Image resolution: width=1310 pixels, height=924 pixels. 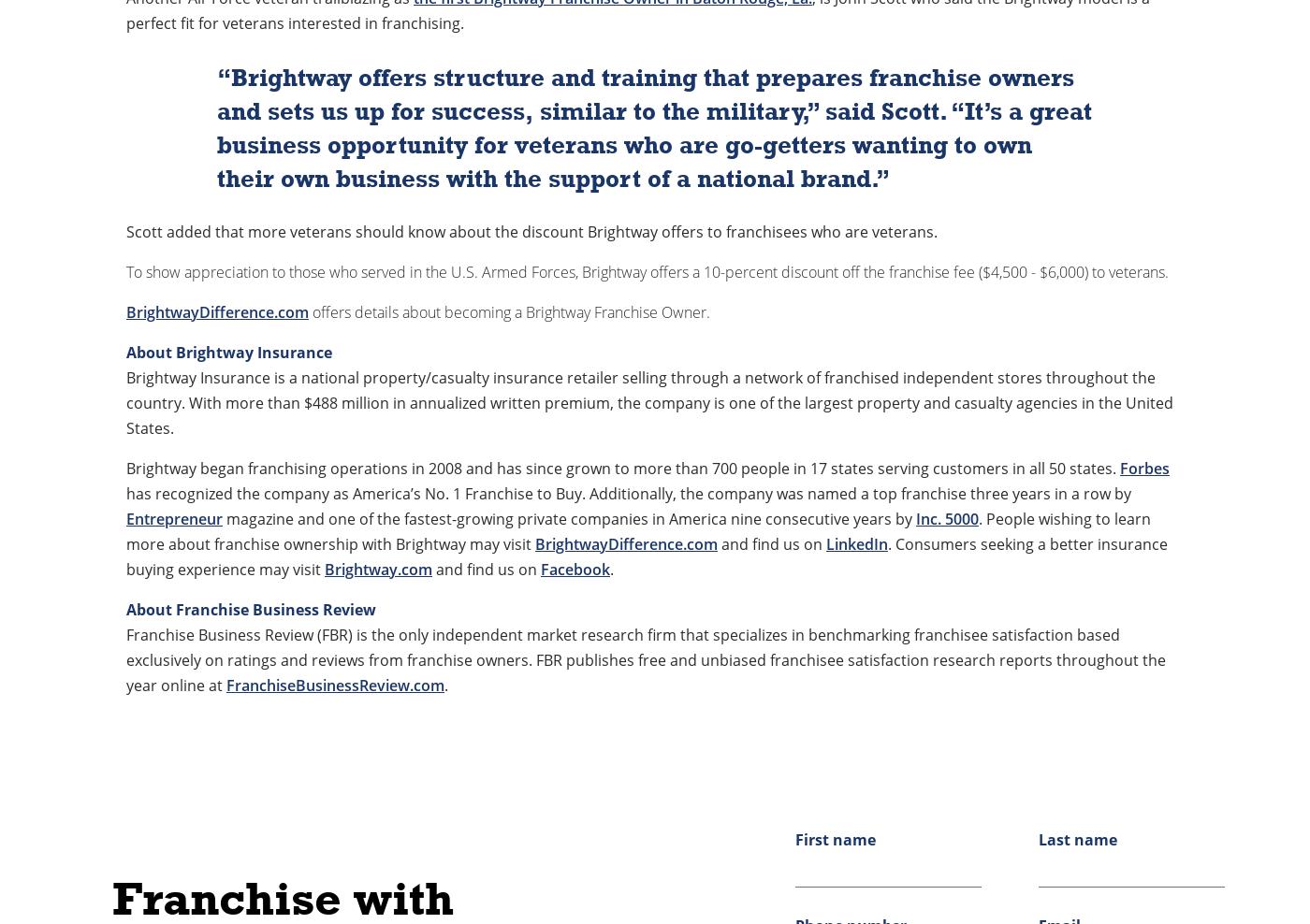 I want to click on 'Brightway began franchising operations in 2008 and has since grown to more than 700 people in 17 states serving customers in all 50 states.', so click(x=622, y=467).